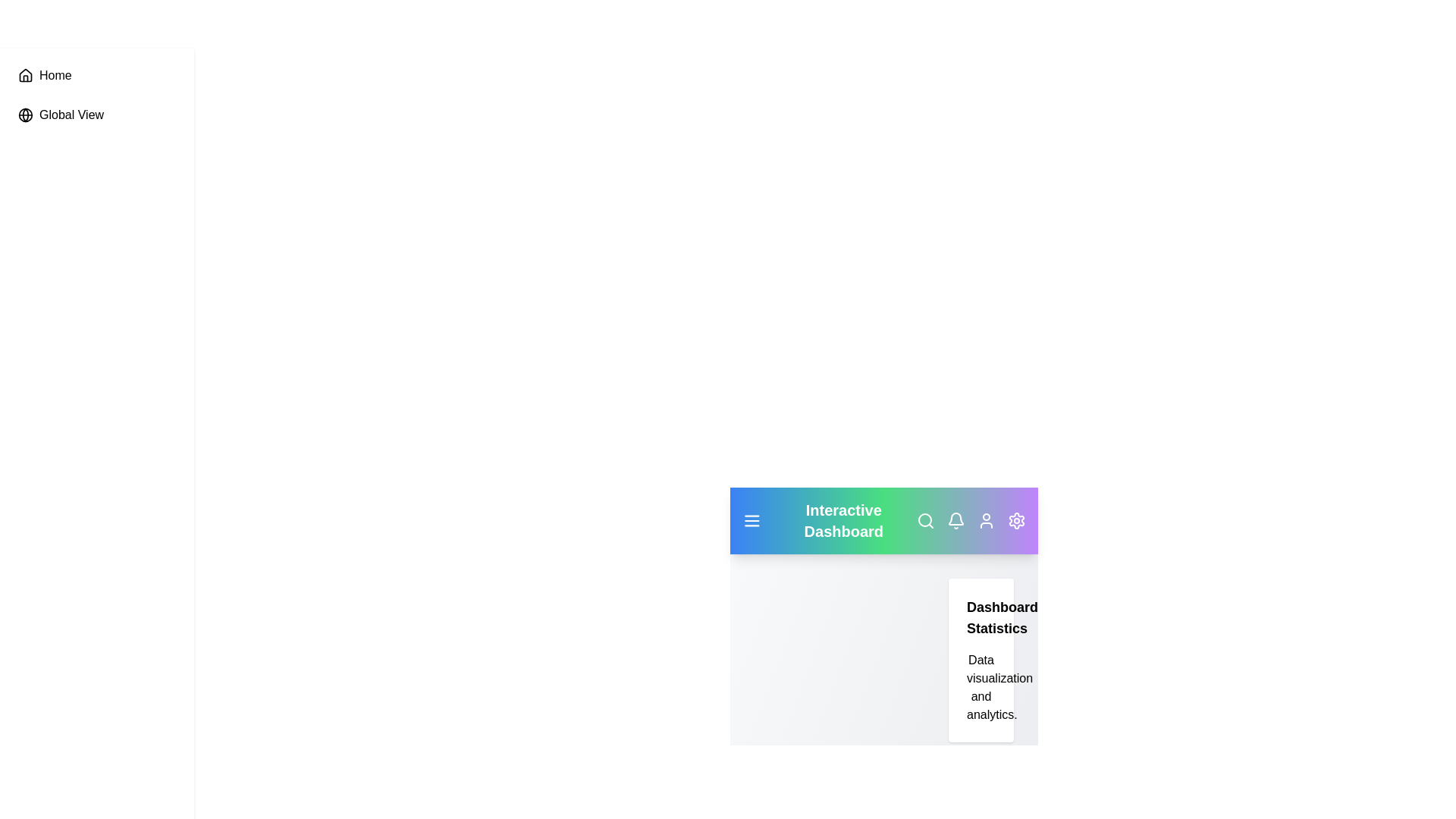  What do you see at coordinates (986, 519) in the screenshot?
I see `the user icon to access user settings` at bounding box center [986, 519].